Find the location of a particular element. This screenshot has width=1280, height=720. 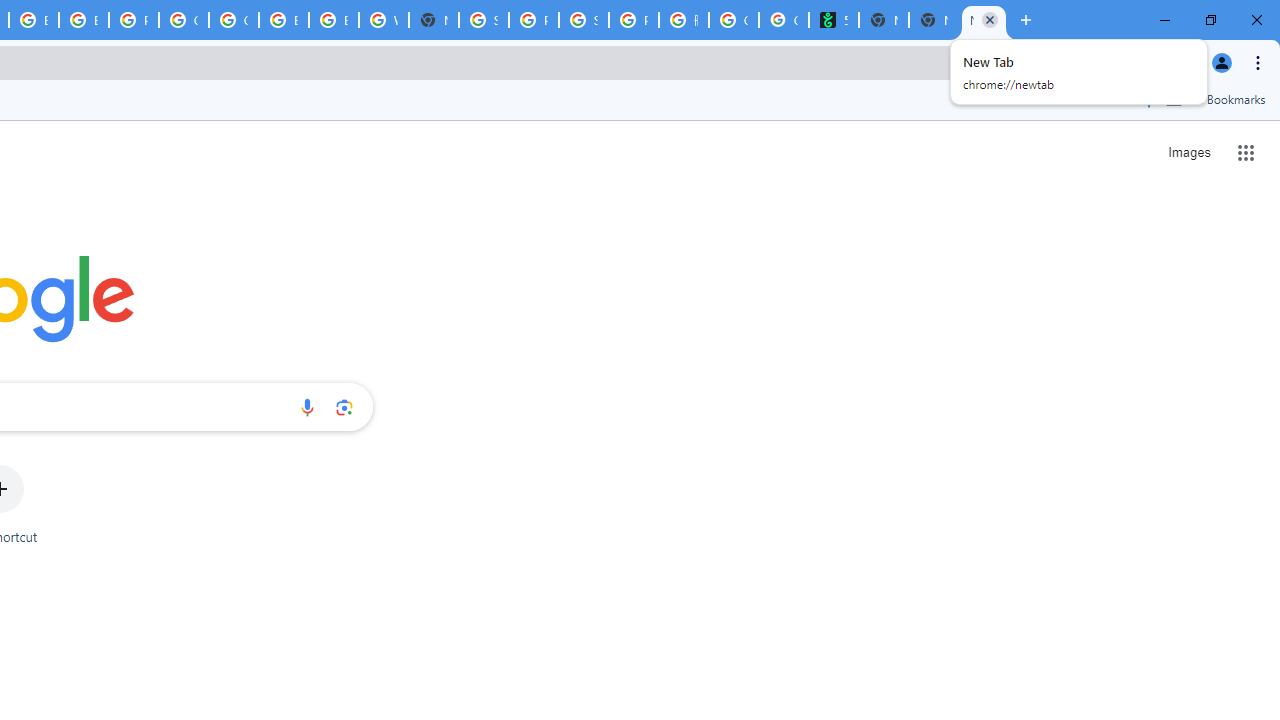

'Close' is located at coordinates (989, 19).